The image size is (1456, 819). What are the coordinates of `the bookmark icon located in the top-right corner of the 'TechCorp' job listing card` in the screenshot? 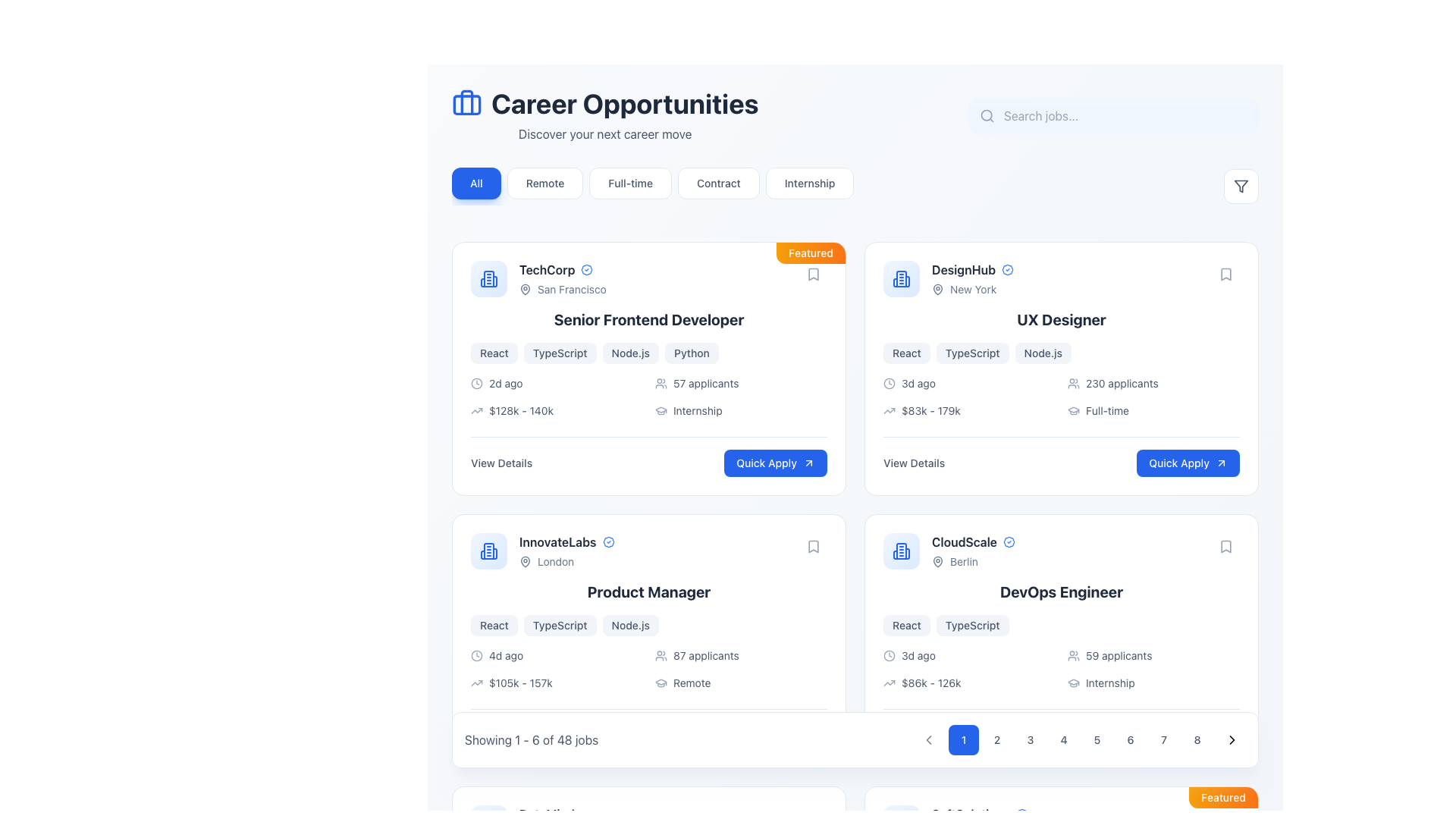 It's located at (813, 275).